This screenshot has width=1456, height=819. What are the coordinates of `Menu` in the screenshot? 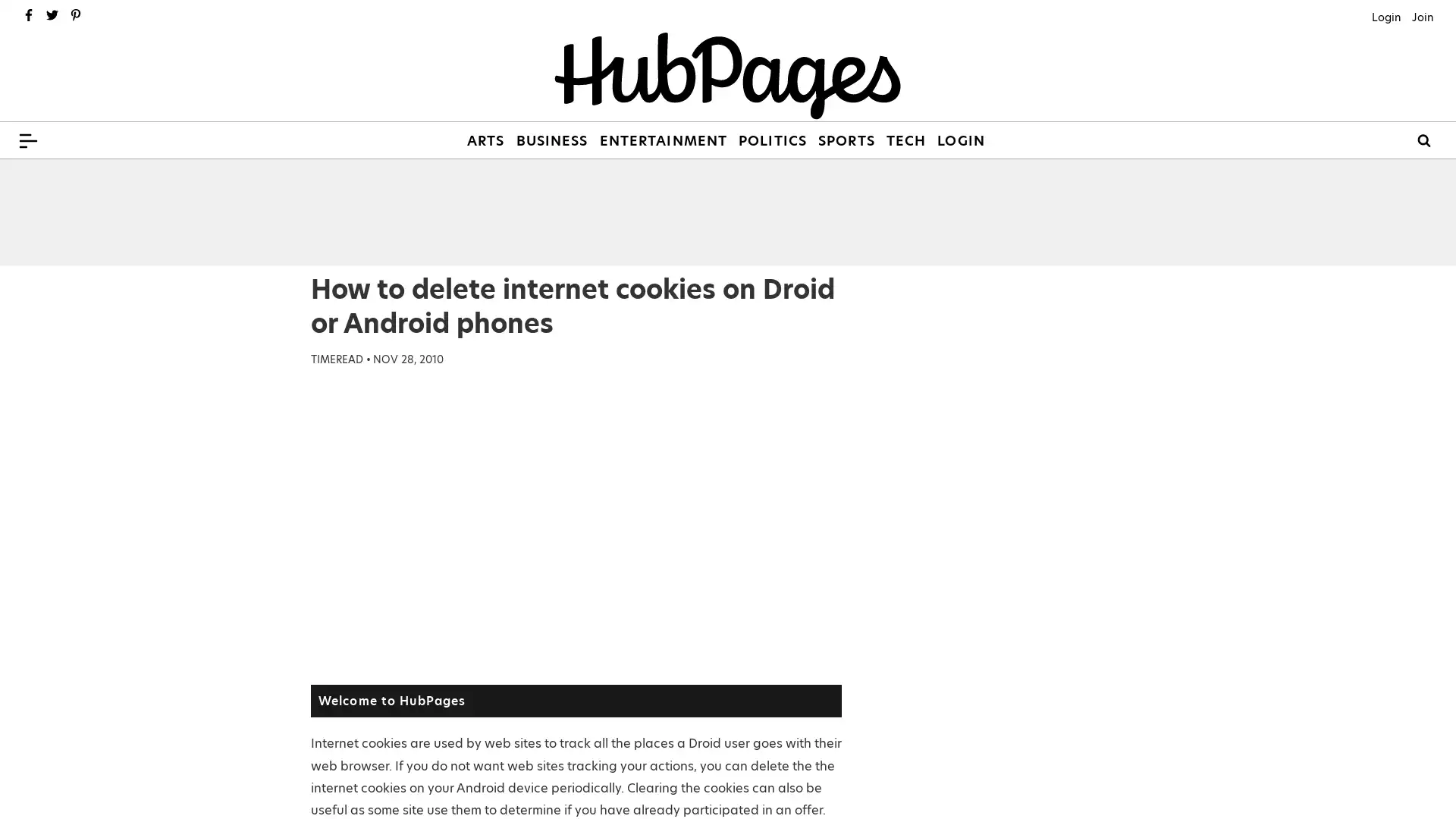 It's located at (28, 140).